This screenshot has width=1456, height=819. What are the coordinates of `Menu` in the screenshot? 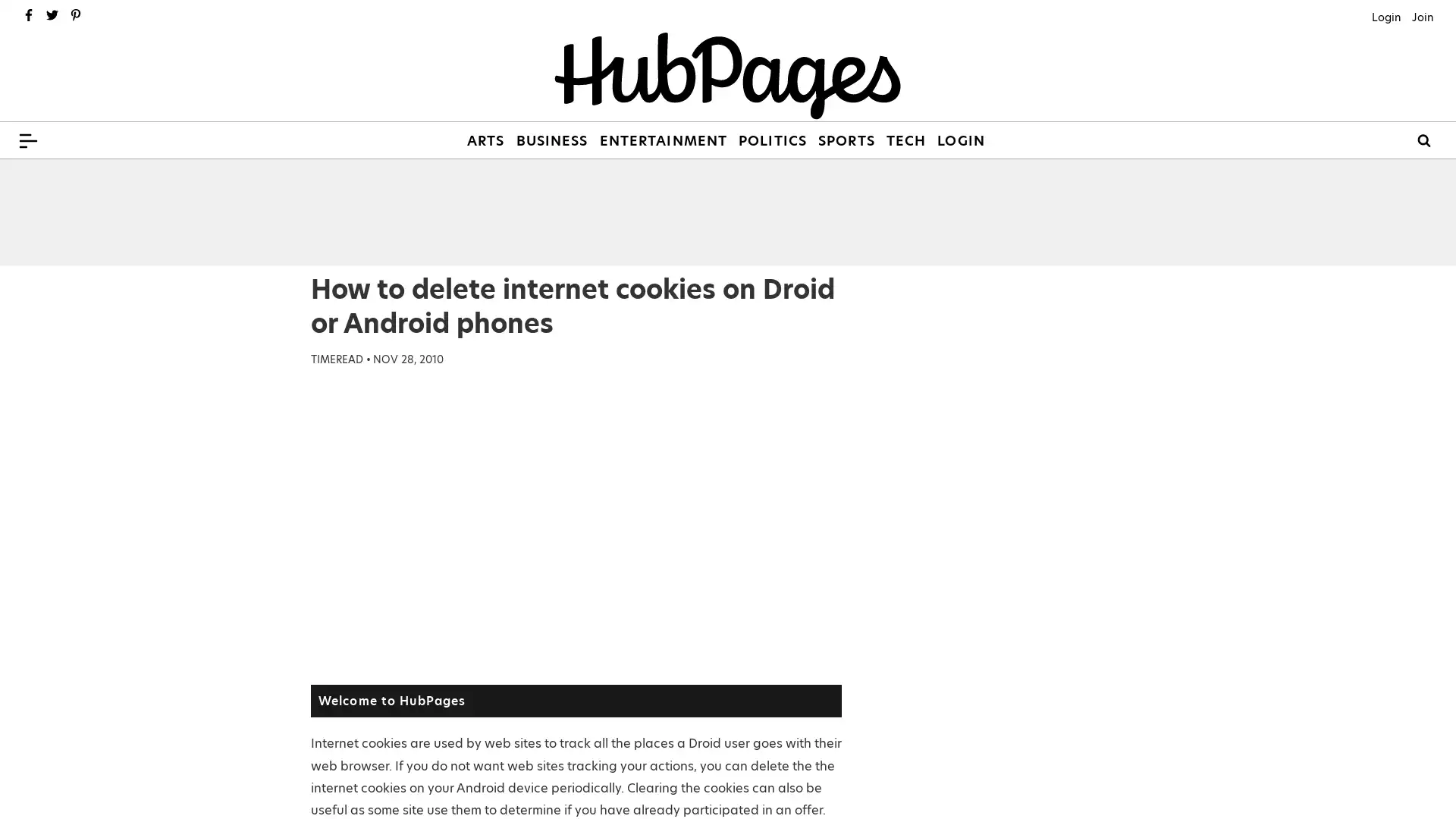 It's located at (28, 140).